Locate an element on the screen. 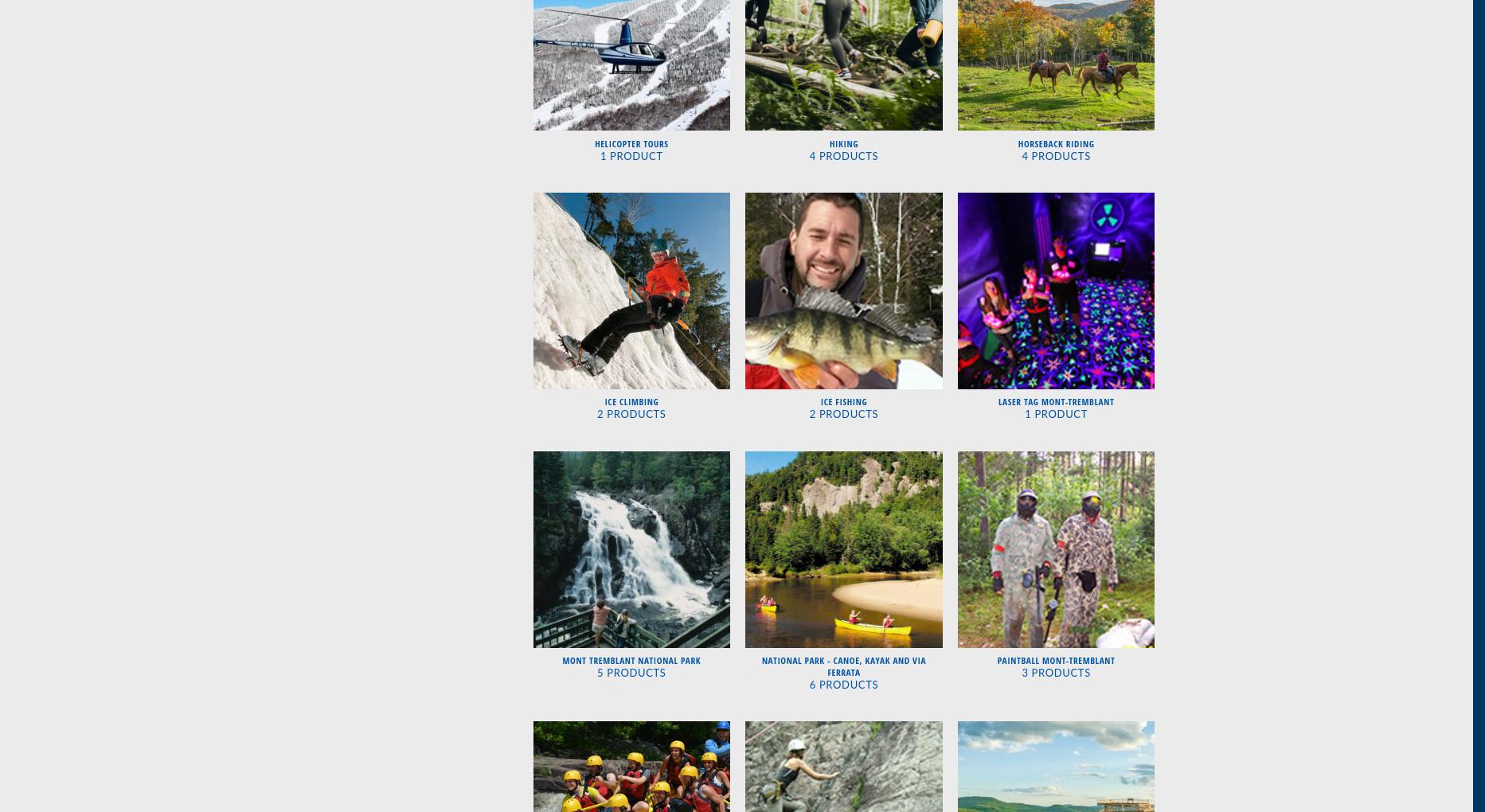  'Paintball Mont-Tremblant' is located at coordinates (996, 659).